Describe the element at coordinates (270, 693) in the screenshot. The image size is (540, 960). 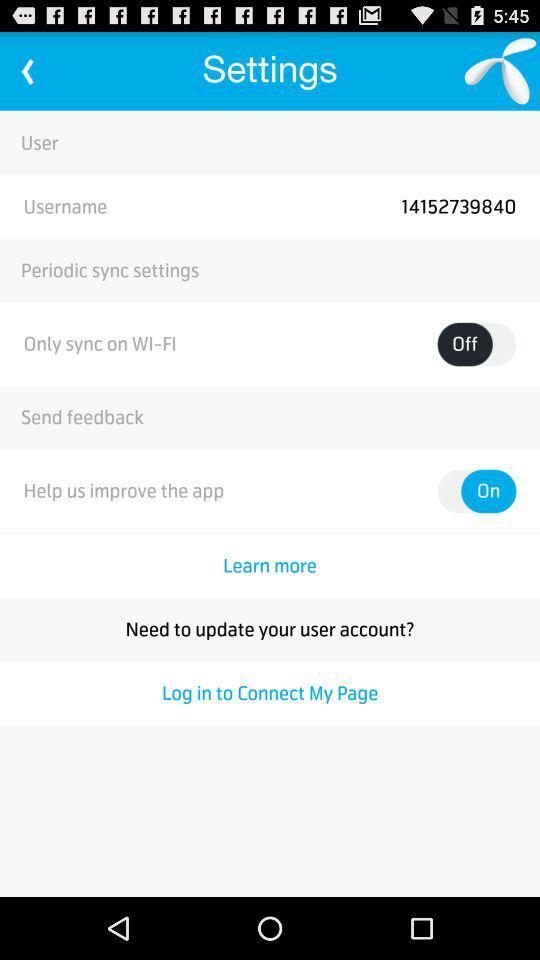
I see `icon at the bottom` at that location.